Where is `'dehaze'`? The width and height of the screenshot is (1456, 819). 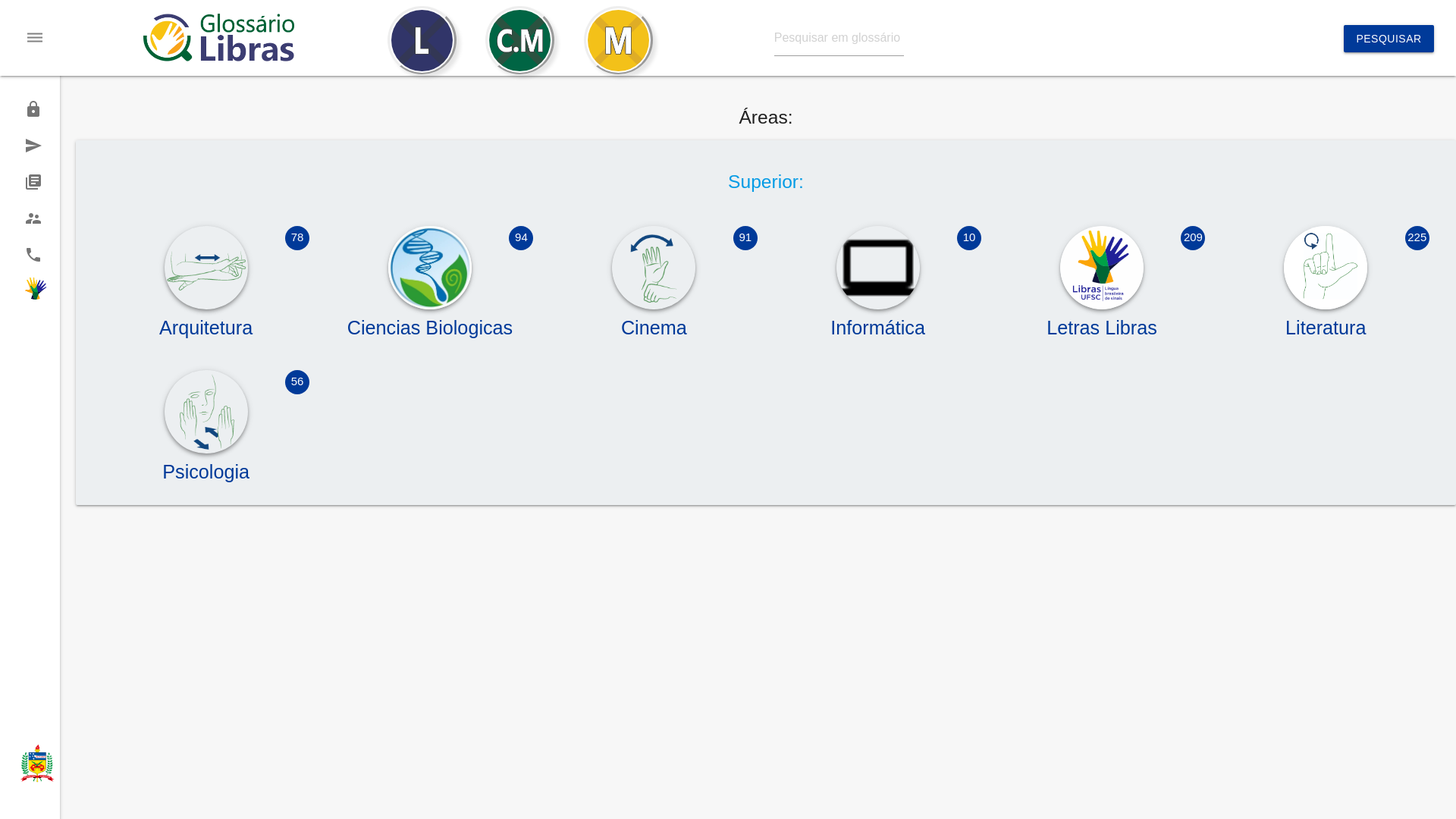 'dehaze' is located at coordinates (35, 37).